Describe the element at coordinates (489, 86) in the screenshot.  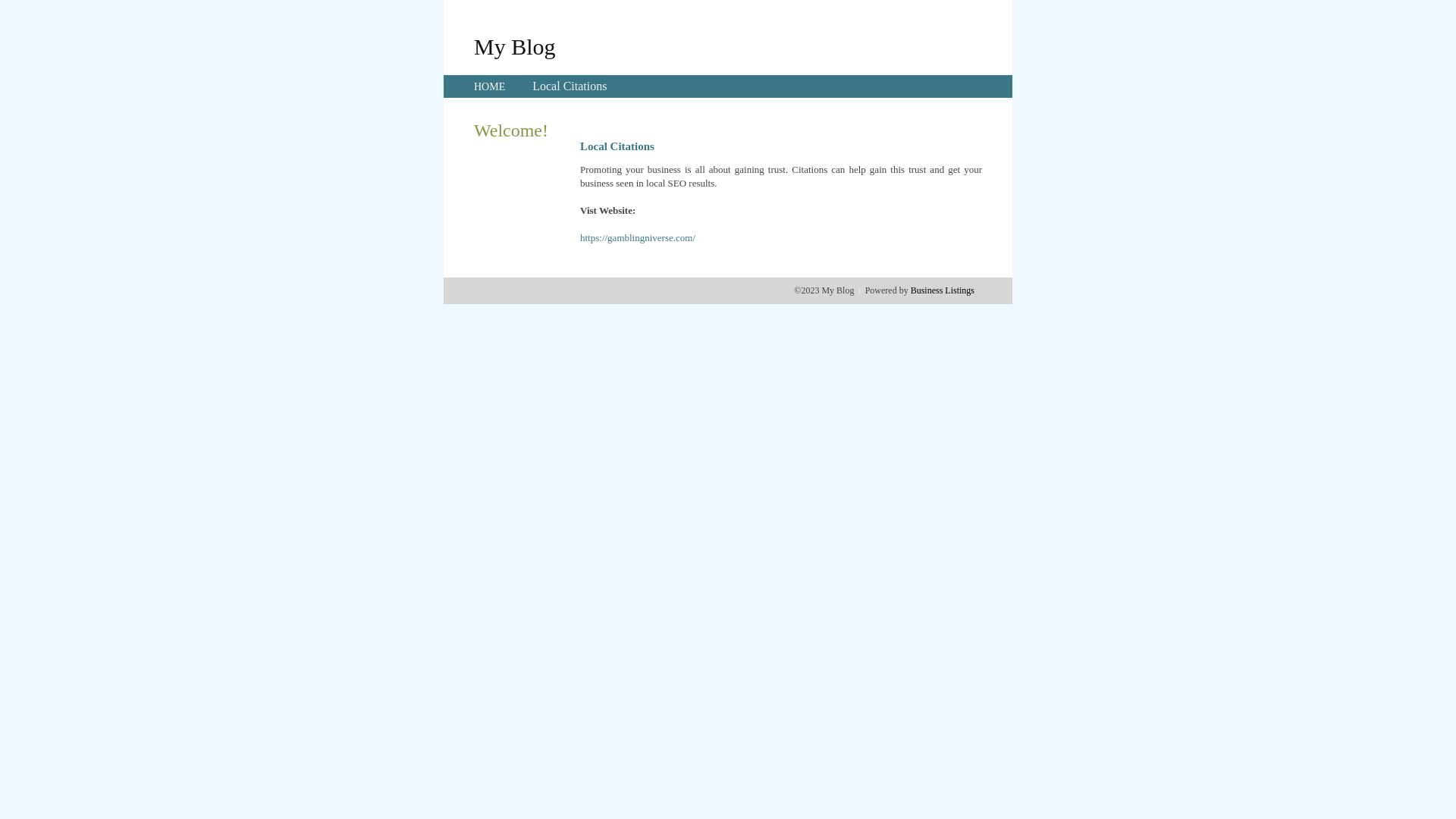
I see `'HOME'` at that location.